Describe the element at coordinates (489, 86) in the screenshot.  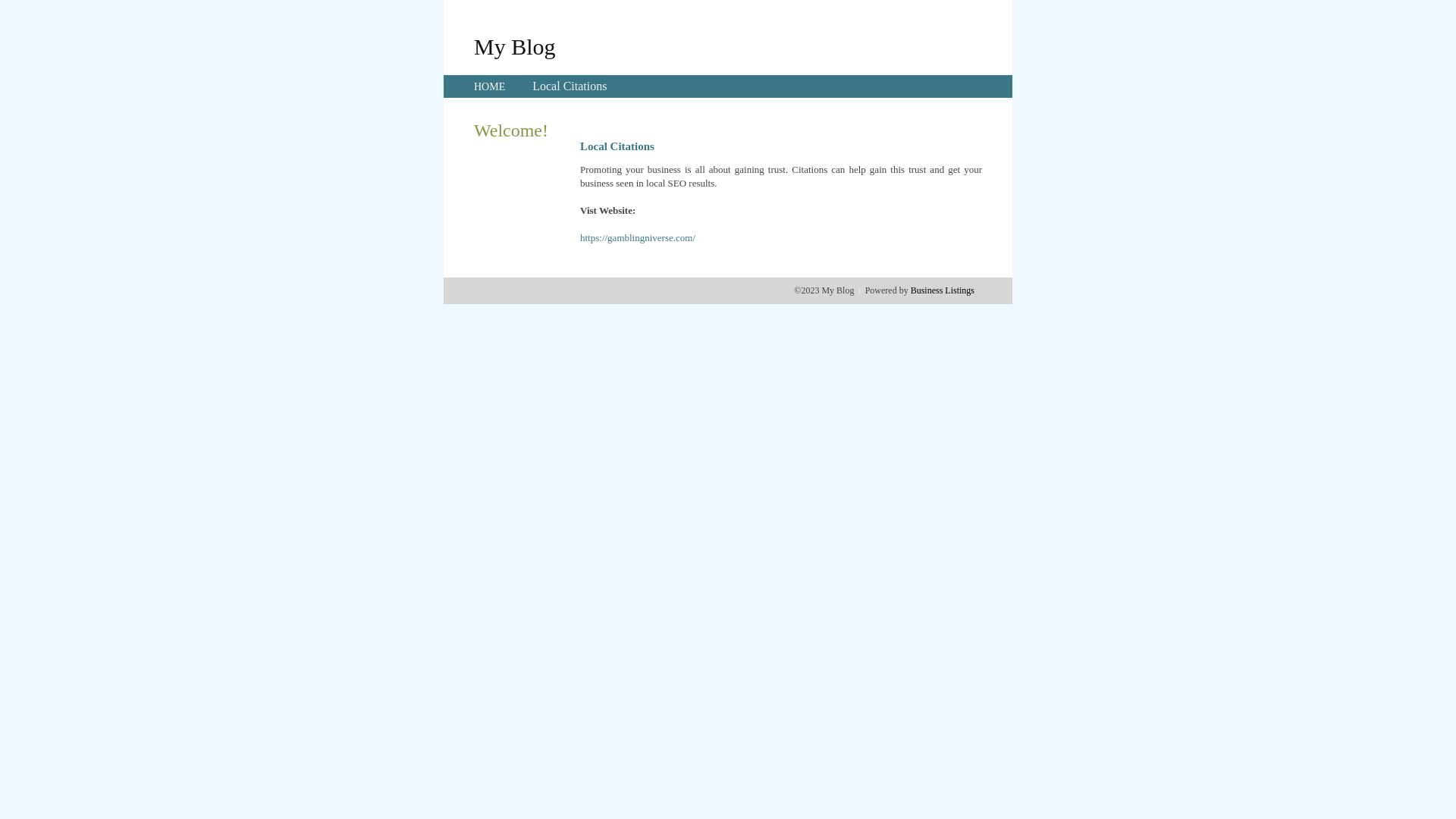
I see `'HOME'` at that location.